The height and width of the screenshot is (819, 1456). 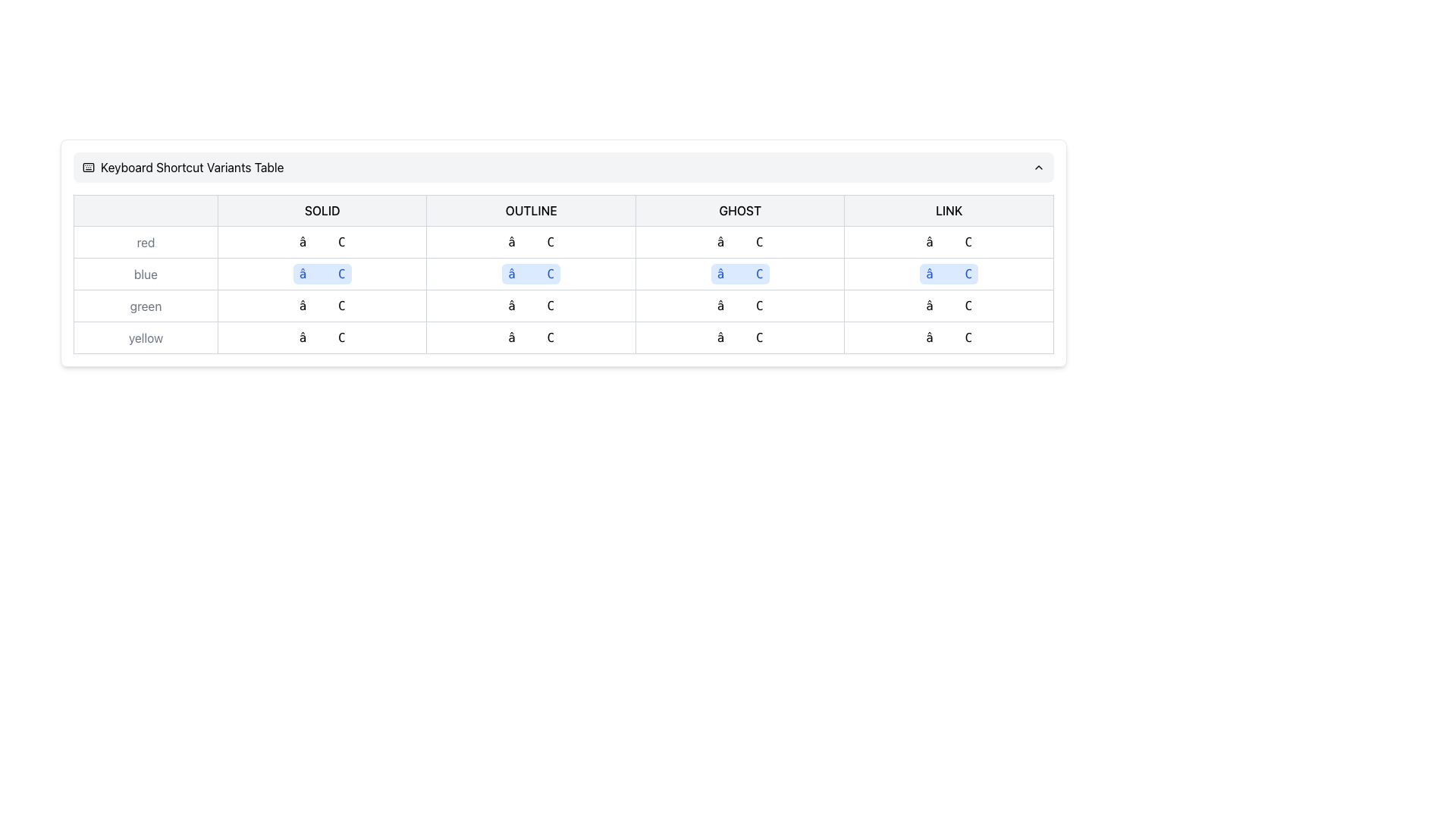 I want to click on the data display button located in the 'GHOST' column, aligned with the 'green' row in the table, so click(x=740, y=306).